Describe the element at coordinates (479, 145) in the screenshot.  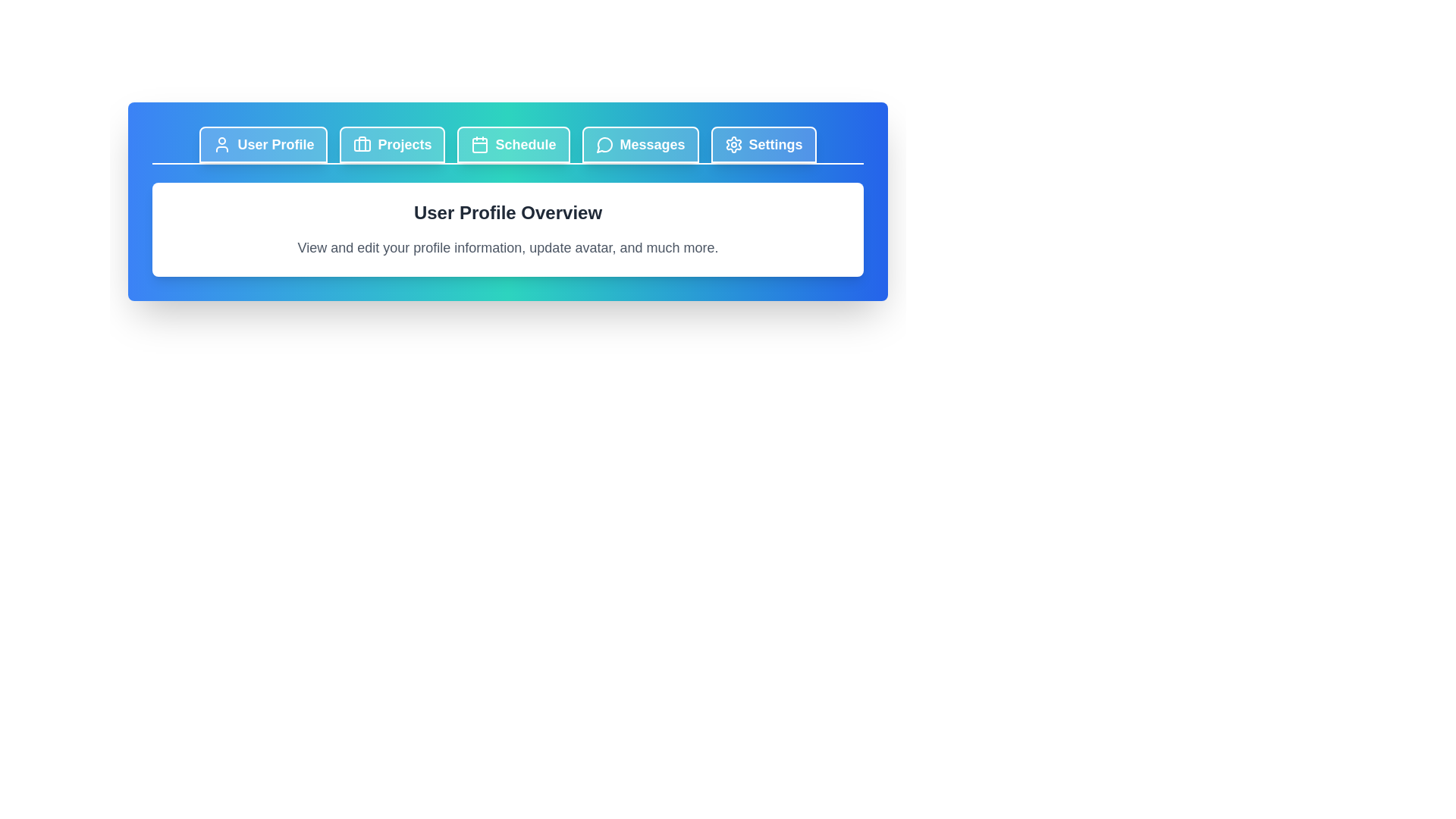
I see `the Schedule tab icon, which is a calendar icon located to the left of the text within the Schedule tab in the top navigation bar` at that location.